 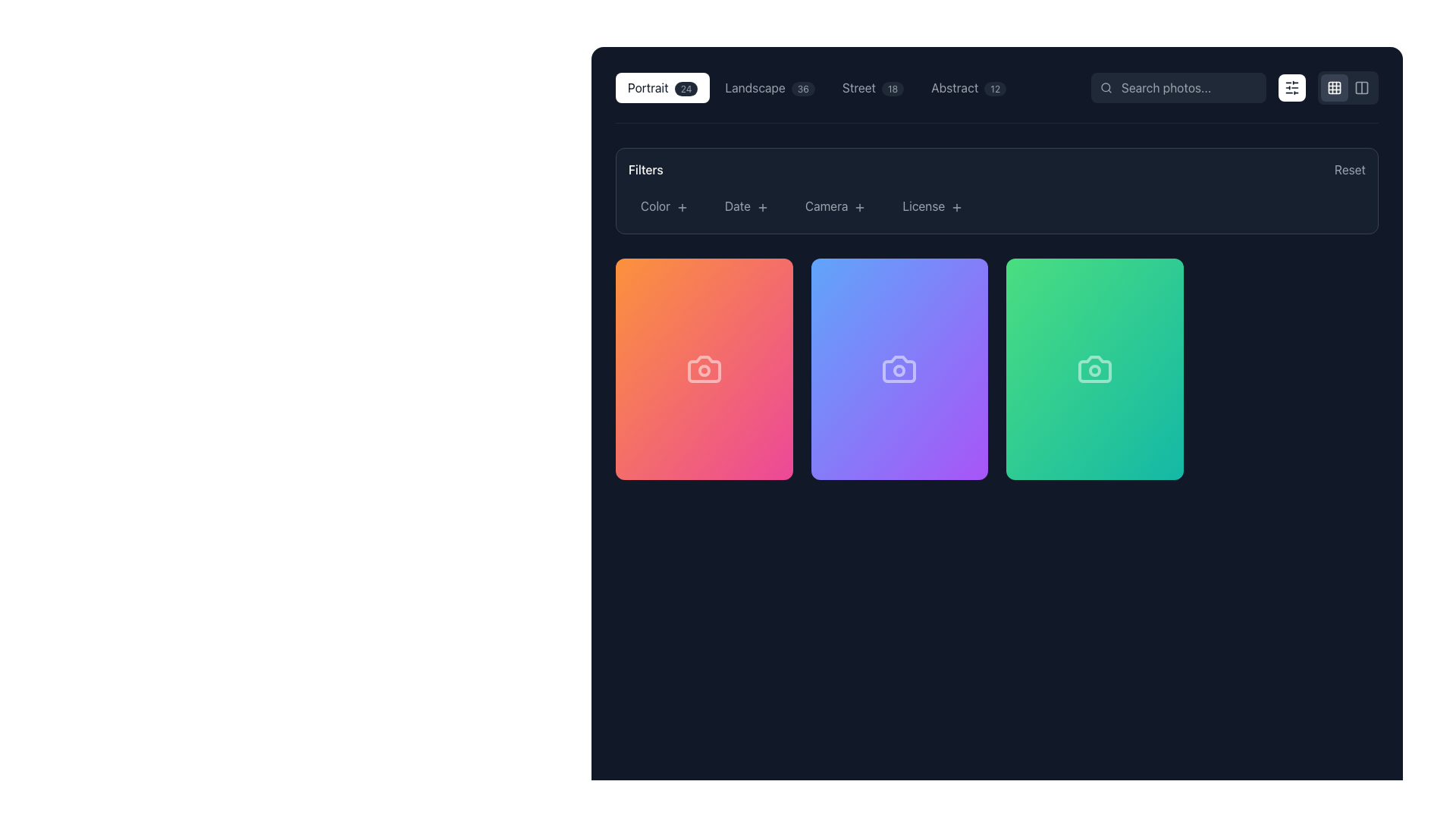 What do you see at coordinates (802, 89) in the screenshot?
I see `the Text badge that indicates the number of items associated with 'Landscape', located in the top navigation bar to the right of the 'Landscape' label` at bounding box center [802, 89].